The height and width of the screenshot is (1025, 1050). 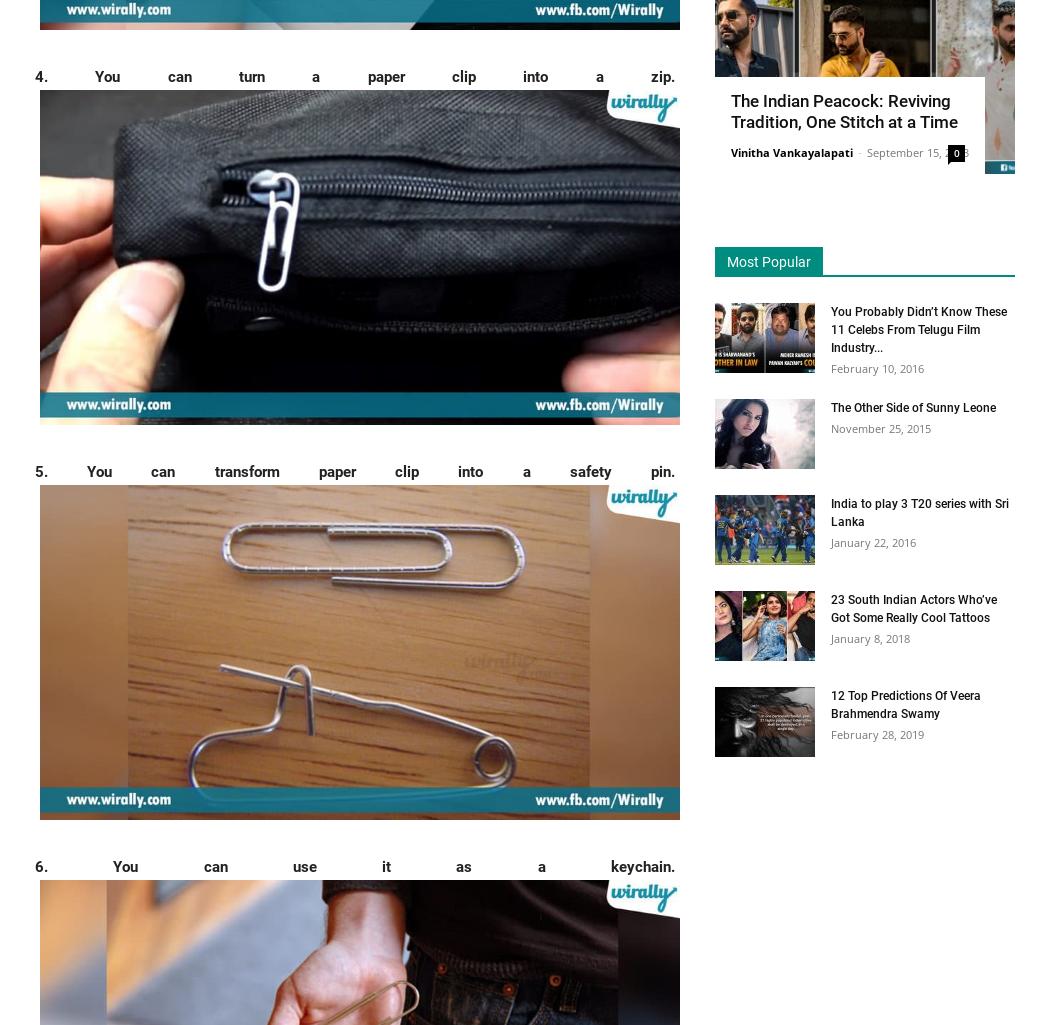 I want to click on 'The Indian Peacock: Reviving Tradition, One Stitch at a Time', so click(x=844, y=110).